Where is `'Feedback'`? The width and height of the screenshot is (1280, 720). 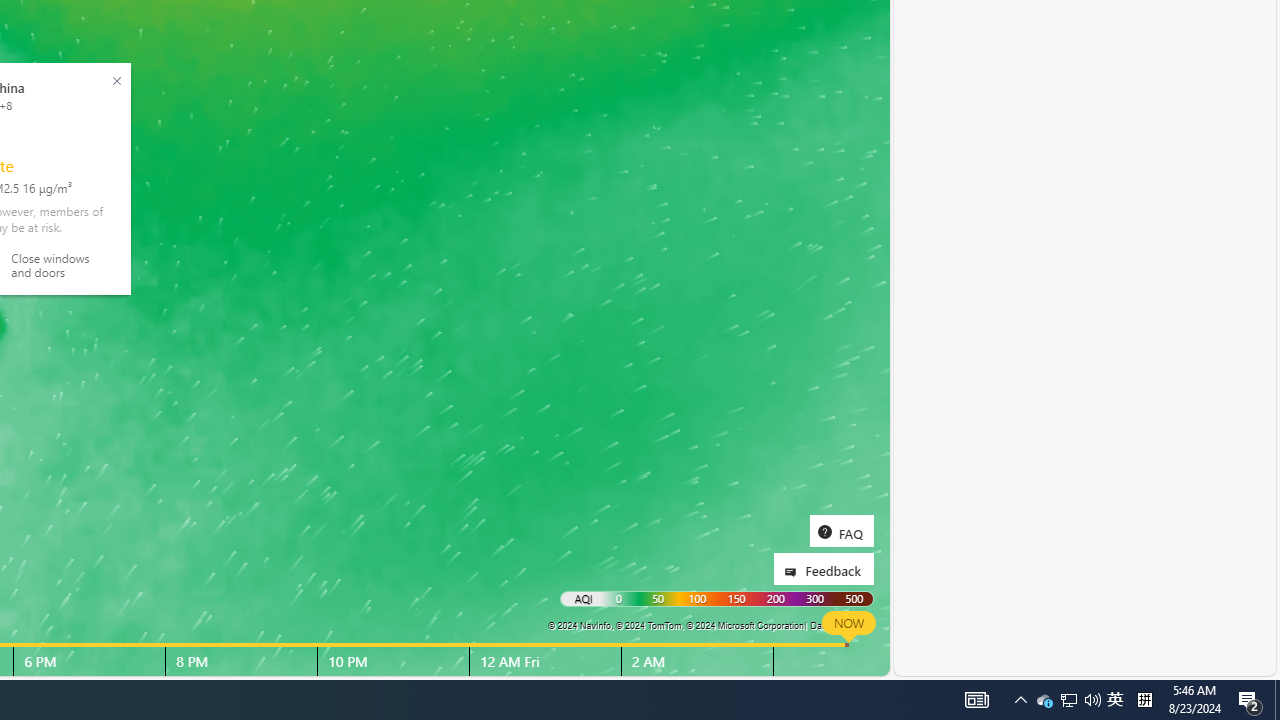
'Feedback' is located at coordinates (824, 568).